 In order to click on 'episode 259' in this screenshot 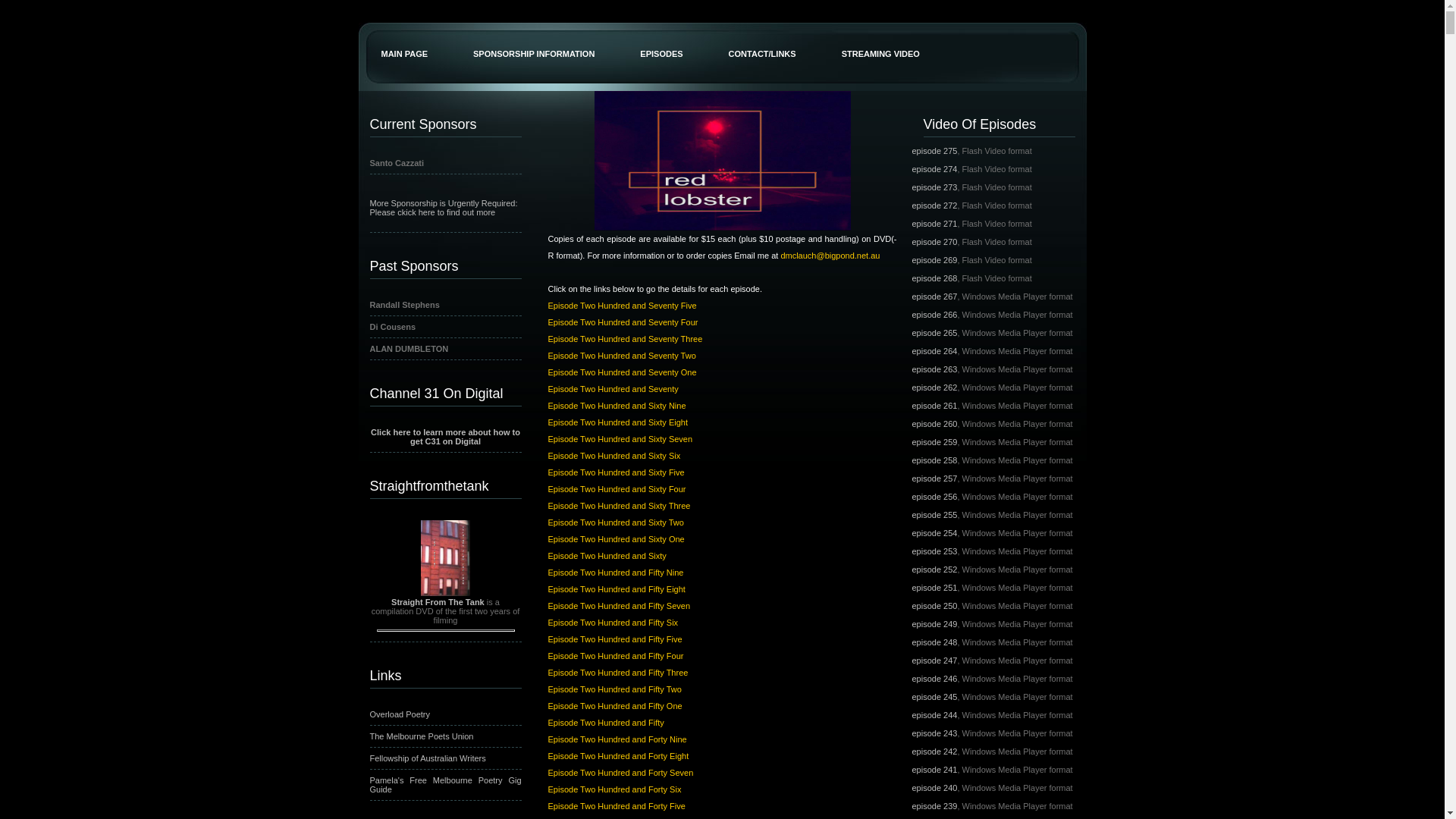, I will do `click(910, 441)`.